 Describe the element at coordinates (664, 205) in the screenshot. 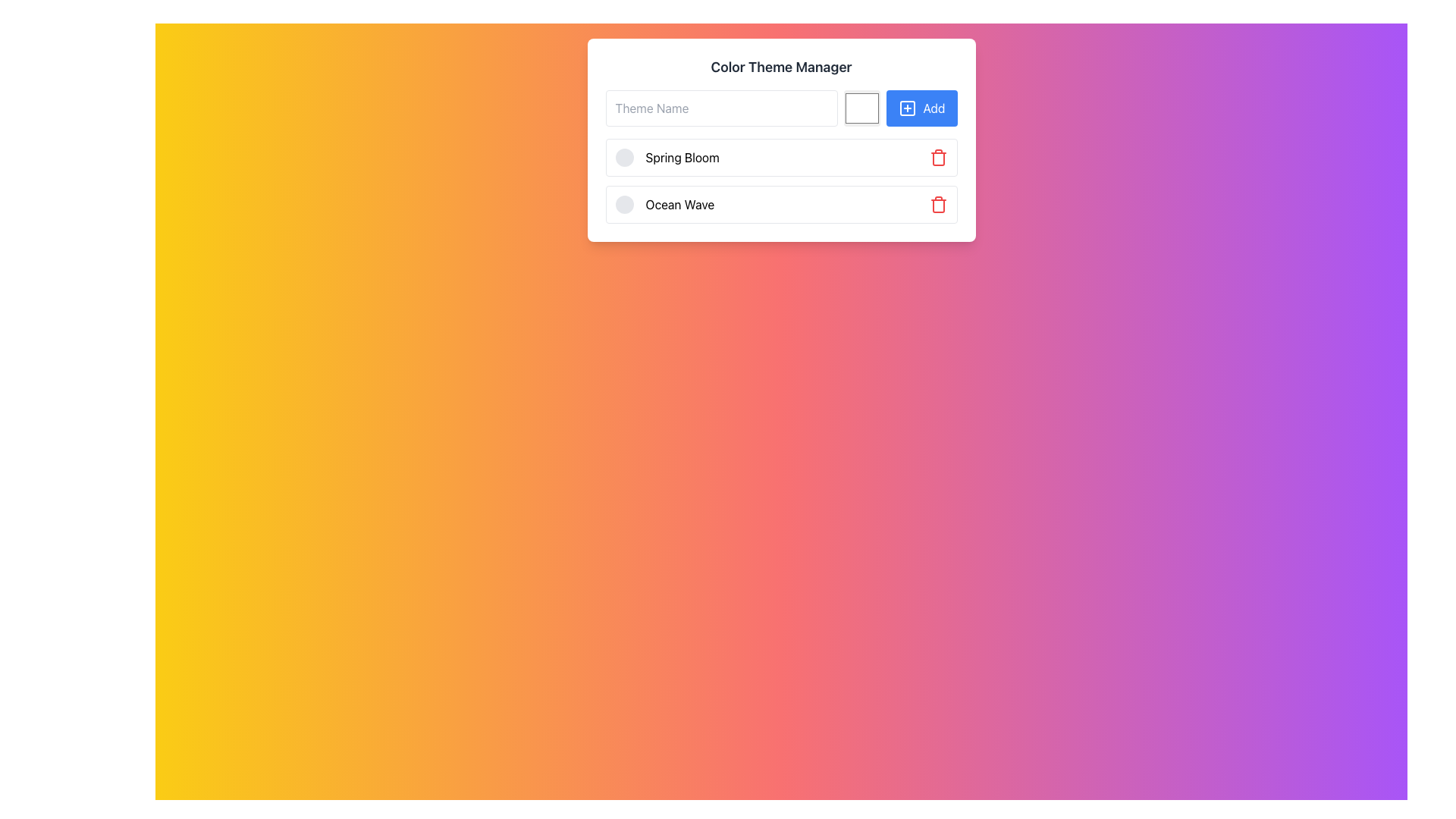

I see `the text 'Ocean Wave' in the second entry of the Selectable List Item within the 'Color Theme Manager' interface` at that location.